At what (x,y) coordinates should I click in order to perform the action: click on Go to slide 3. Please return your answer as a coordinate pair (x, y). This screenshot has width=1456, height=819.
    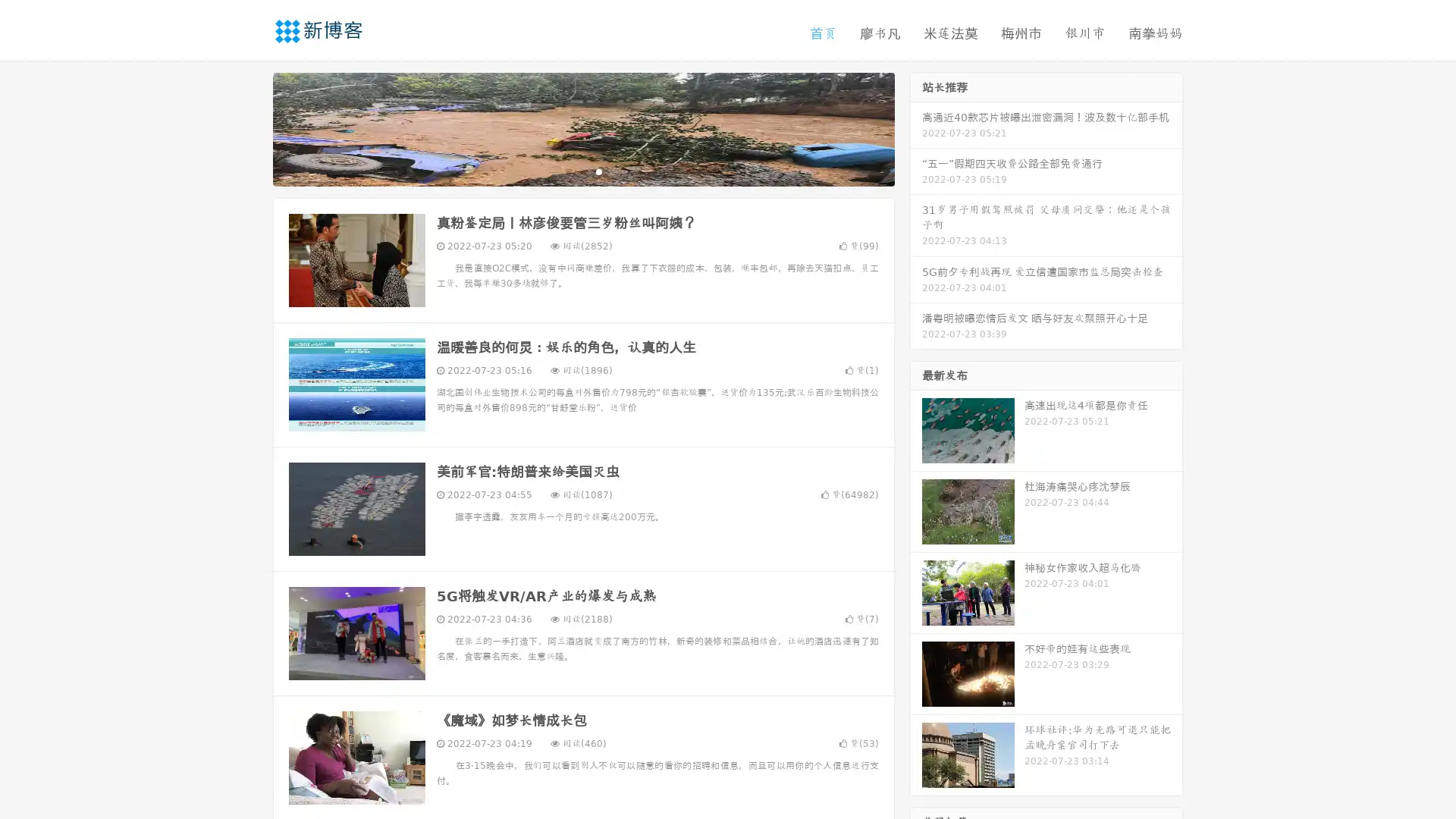
    Looking at the image, I should click on (598, 171).